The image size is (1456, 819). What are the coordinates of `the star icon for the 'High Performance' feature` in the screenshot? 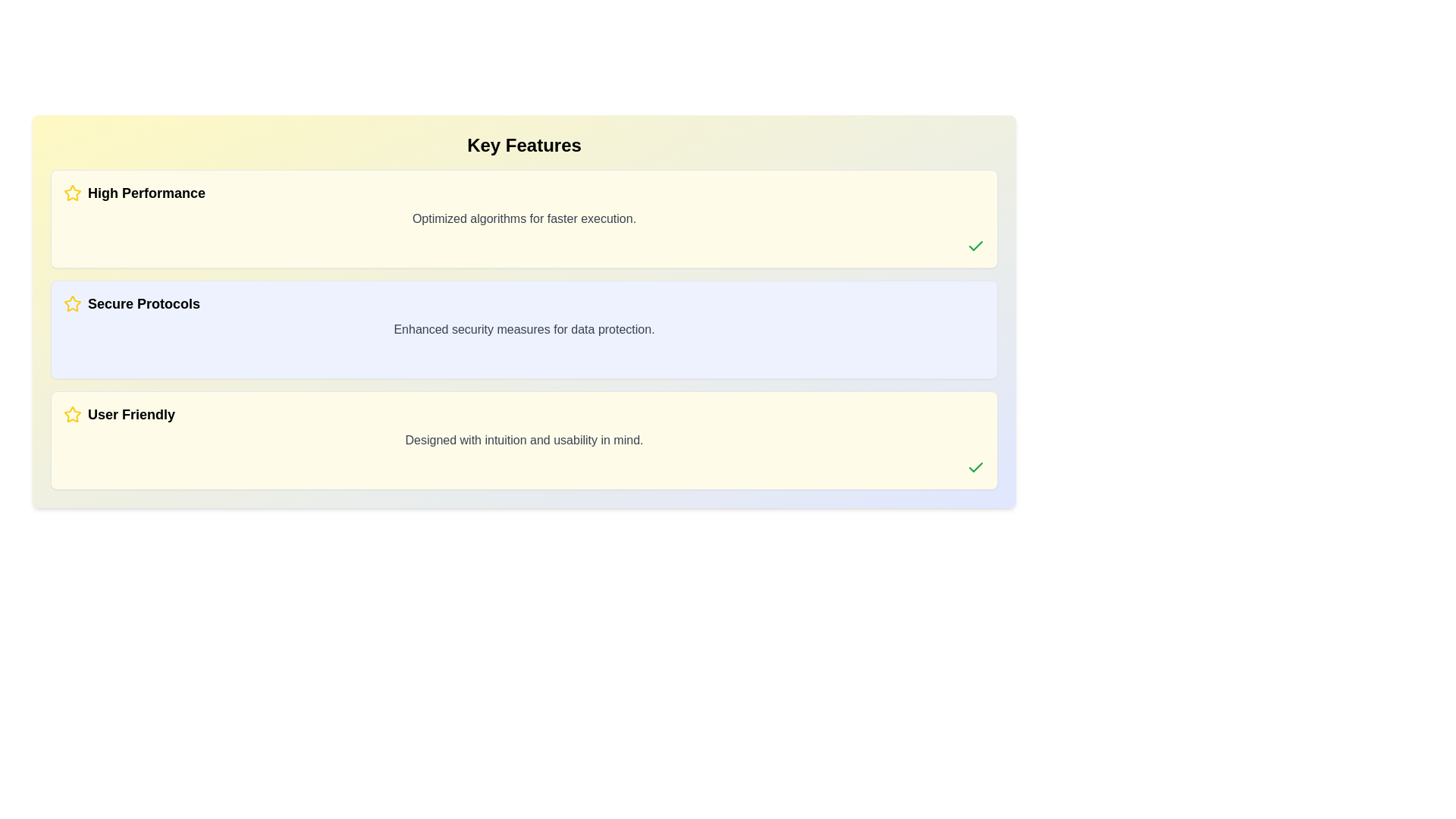 It's located at (72, 192).